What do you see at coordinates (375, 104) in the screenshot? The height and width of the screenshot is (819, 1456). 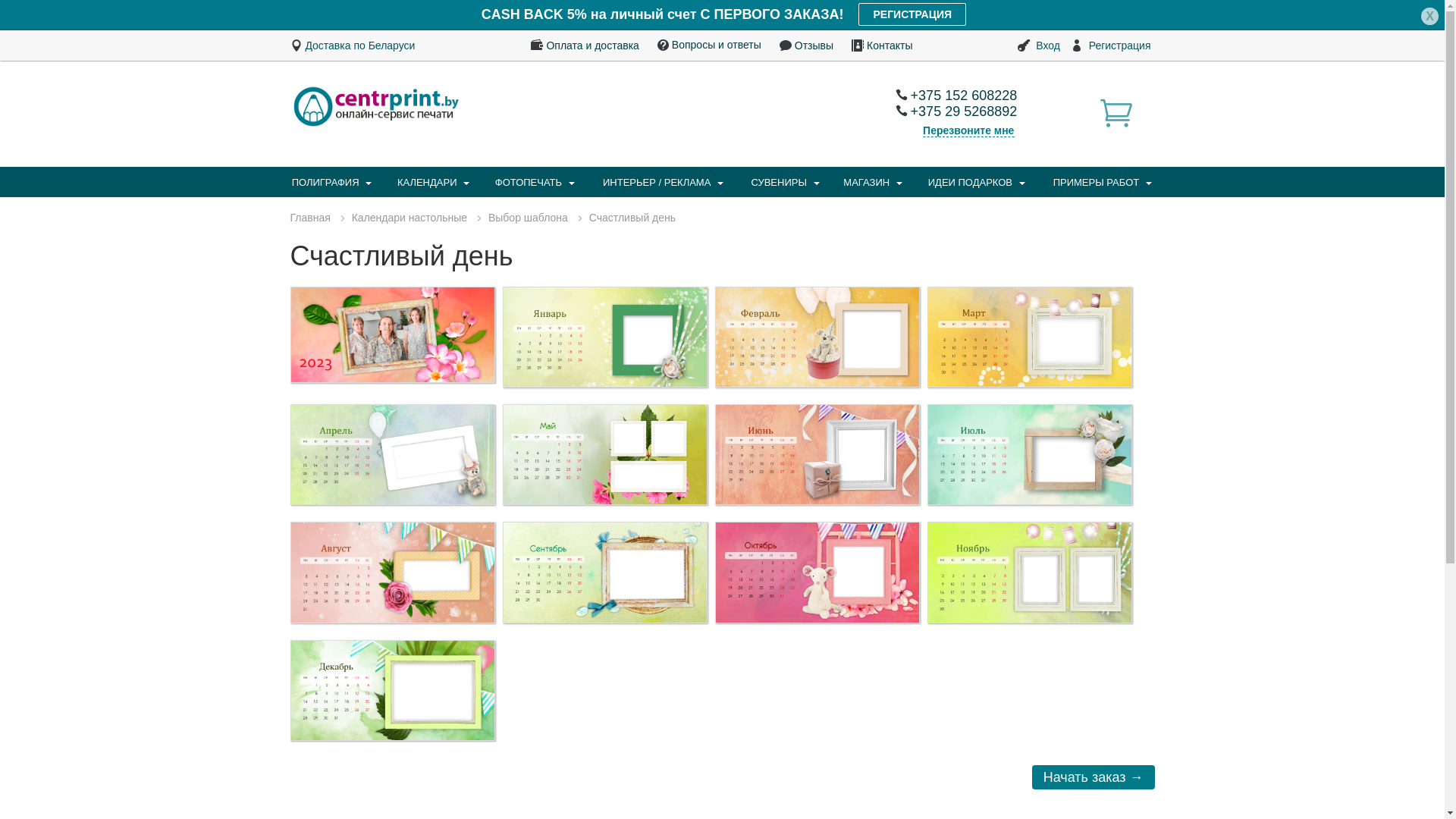 I see `'Centrprint.by'` at bounding box center [375, 104].